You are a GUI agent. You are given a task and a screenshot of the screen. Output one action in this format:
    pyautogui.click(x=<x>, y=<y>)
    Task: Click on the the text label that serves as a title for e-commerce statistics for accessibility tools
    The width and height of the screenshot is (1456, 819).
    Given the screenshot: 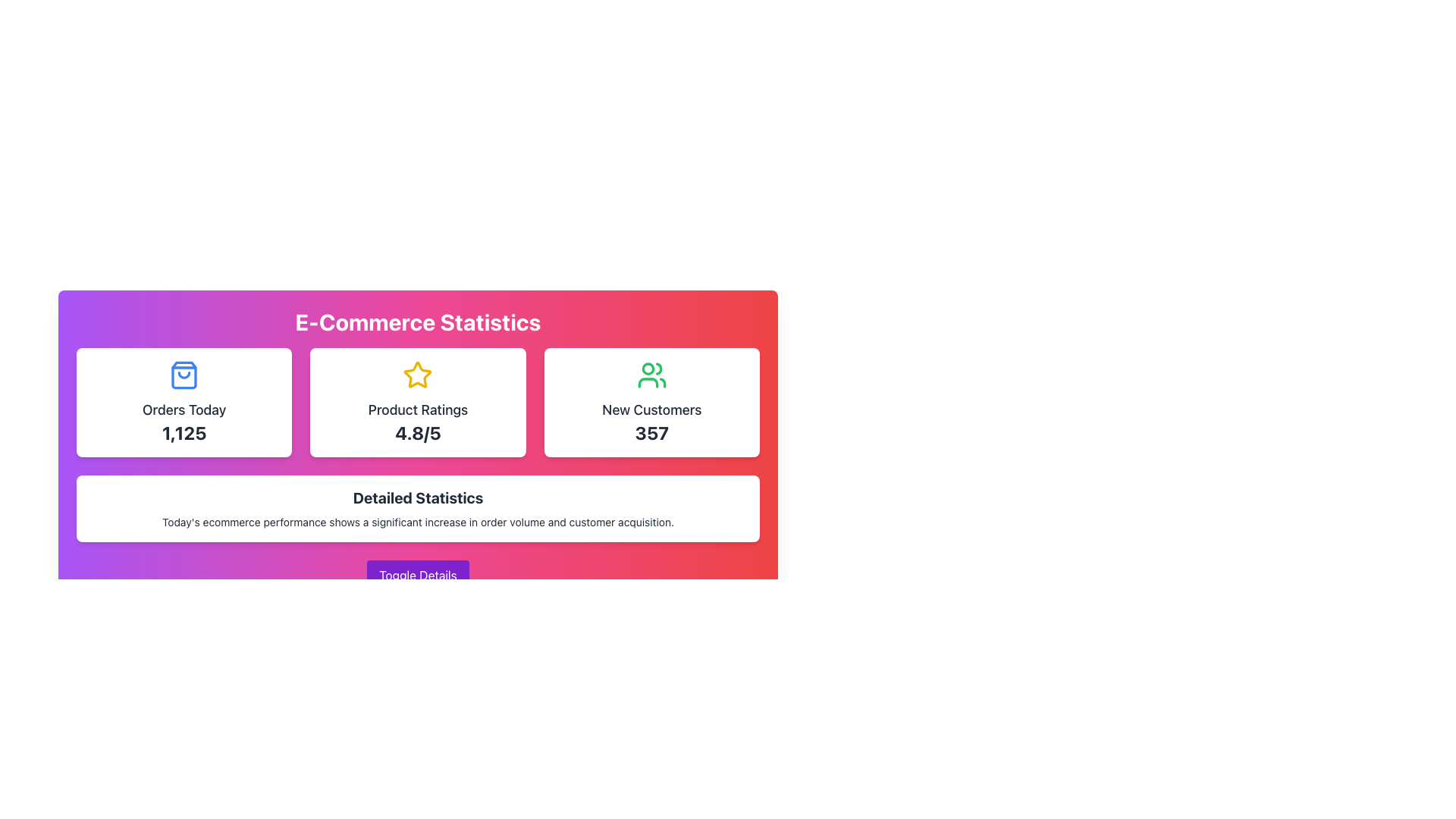 What is the action you would take?
    pyautogui.click(x=418, y=497)
    